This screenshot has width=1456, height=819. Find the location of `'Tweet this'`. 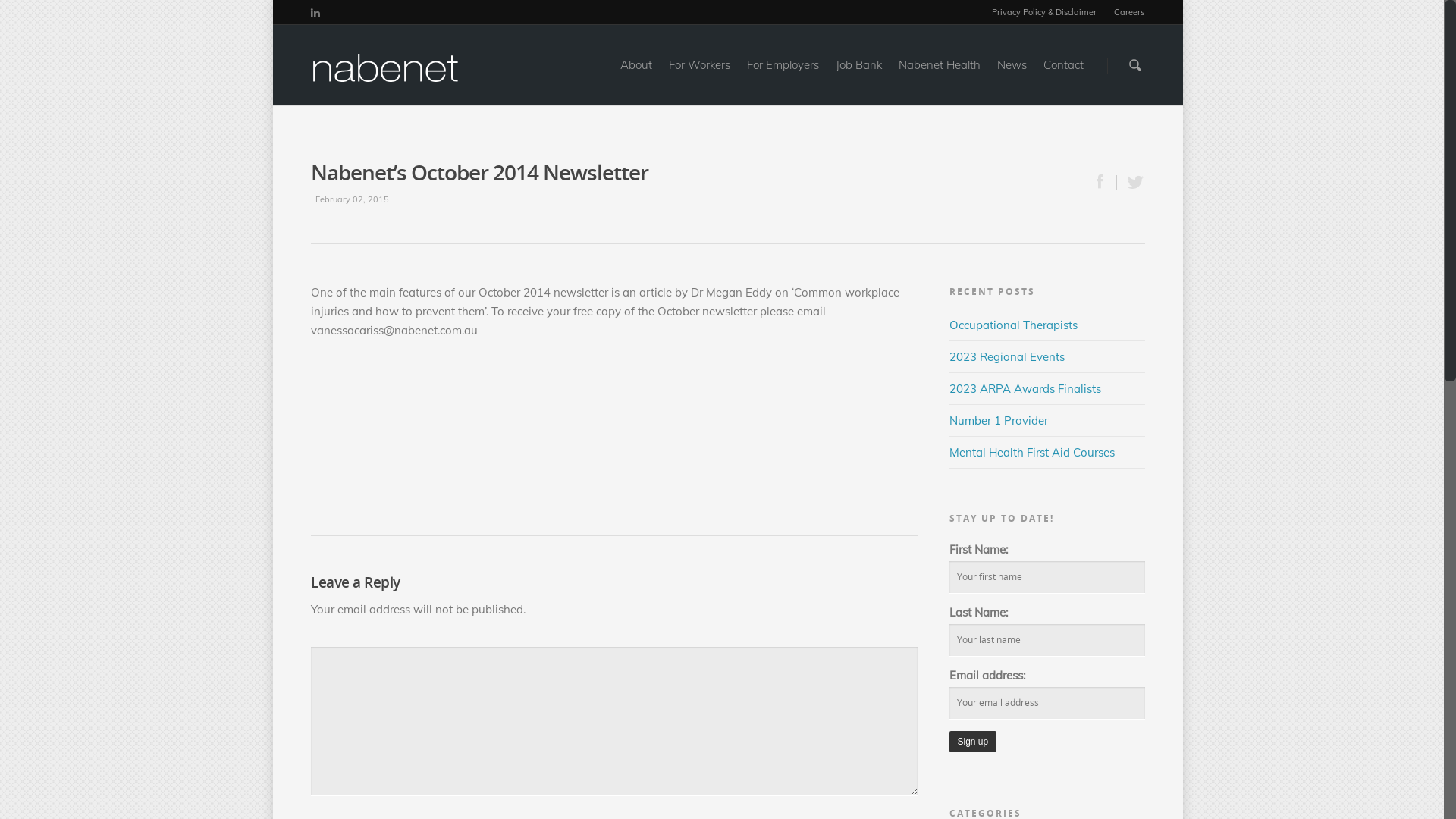

'Tweet this' is located at coordinates (1131, 181).